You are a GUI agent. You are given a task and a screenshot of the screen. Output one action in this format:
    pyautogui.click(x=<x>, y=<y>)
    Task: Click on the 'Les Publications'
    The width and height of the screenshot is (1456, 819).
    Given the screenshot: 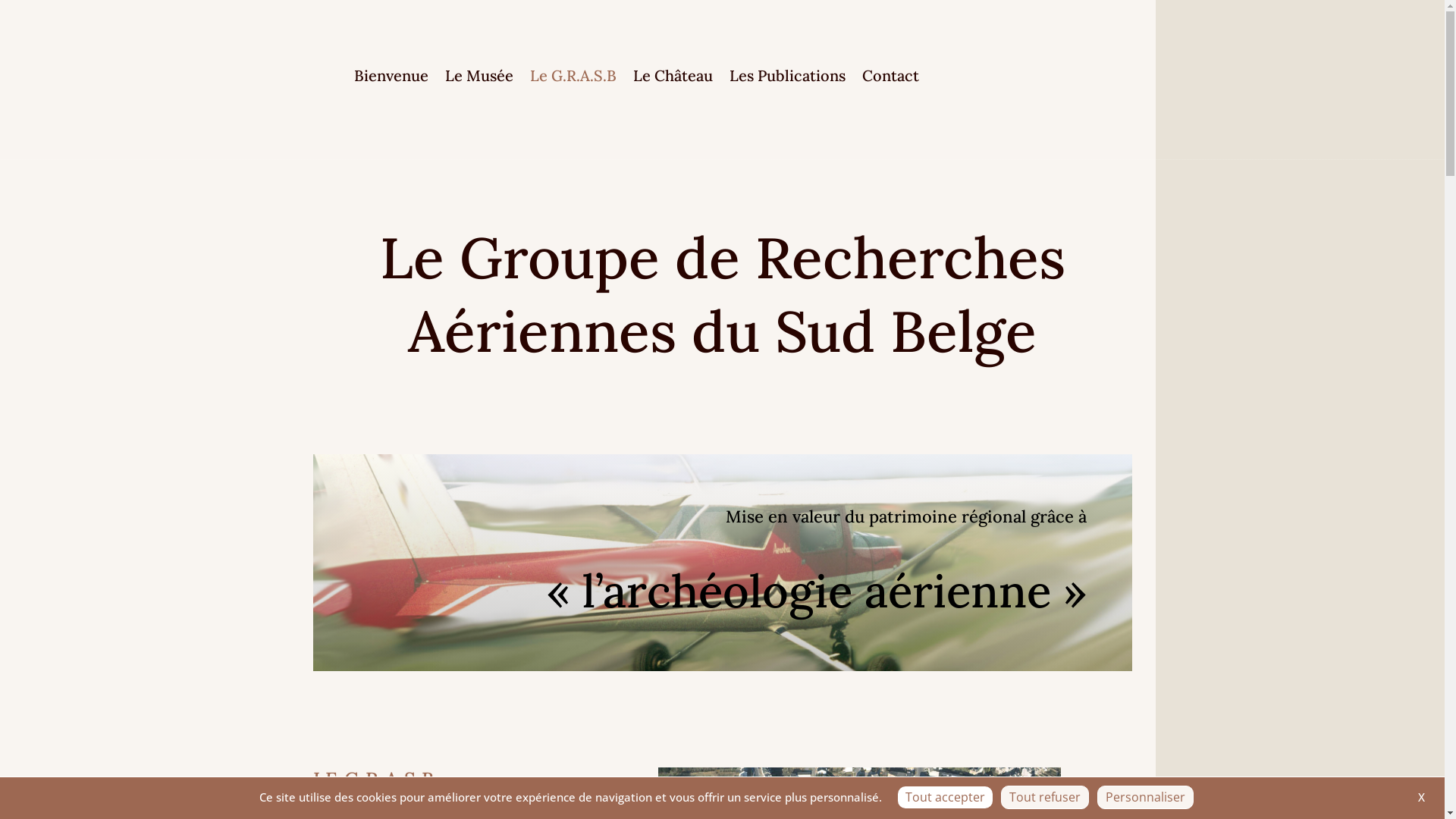 What is the action you would take?
    pyautogui.click(x=787, y=79)
    